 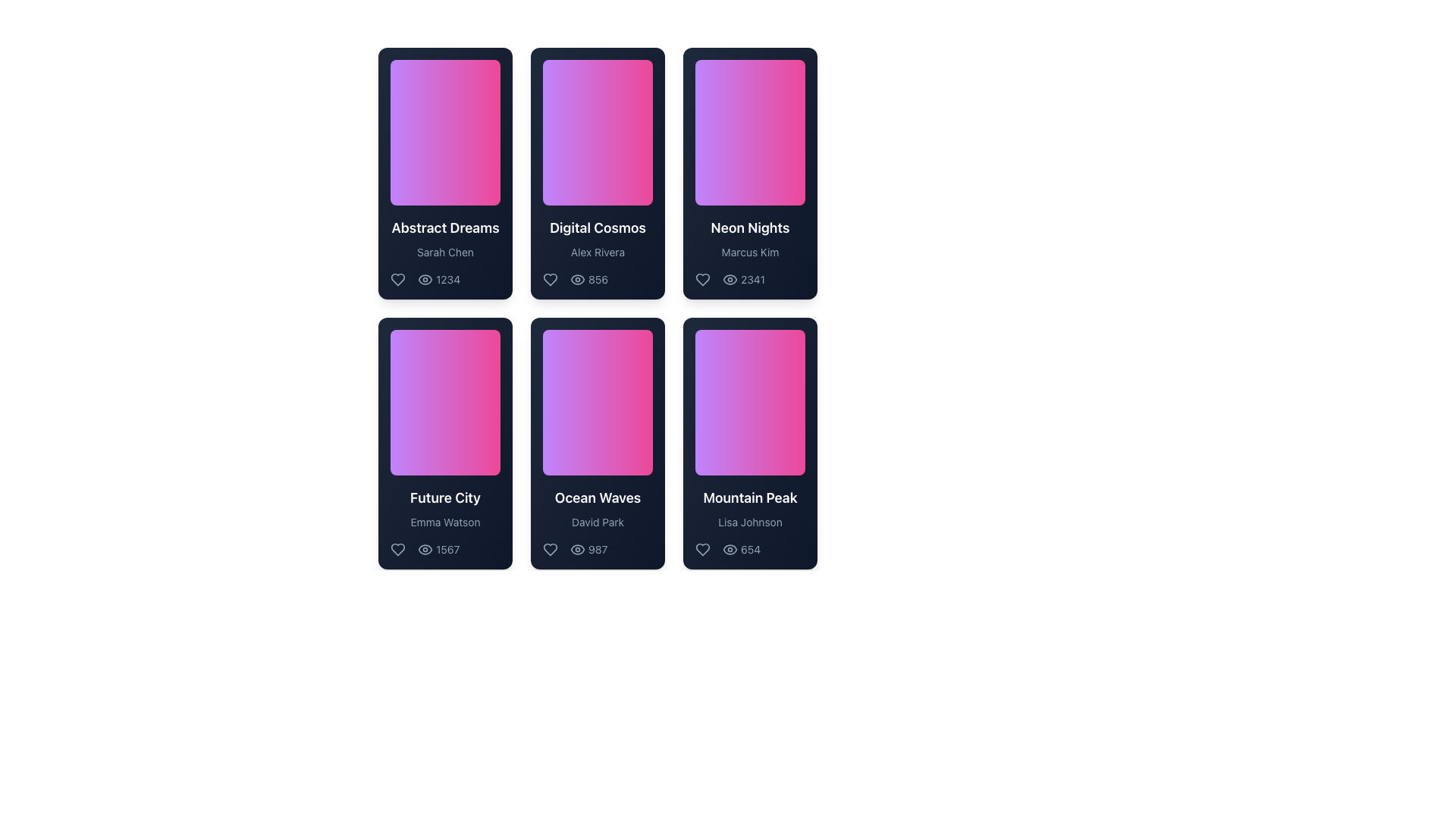 What do you see at coordinates (597, 280) in the screenshot?
I see `the views label located at the bottom-right section of the 'Digital Cosmos' card, which displays the number of views associated with the card contents` at bounding box center [597, 280].